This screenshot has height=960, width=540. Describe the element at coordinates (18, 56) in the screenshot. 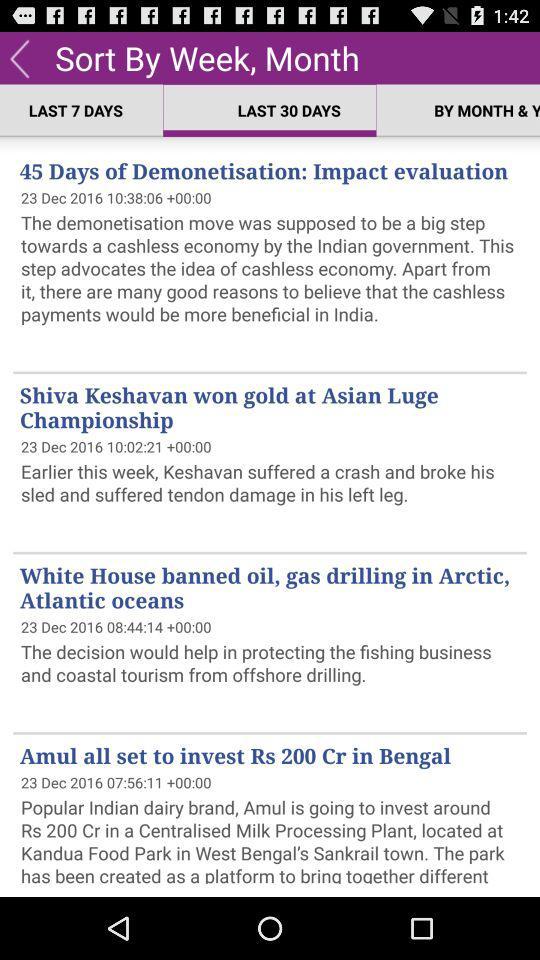

I see `previous` at that location.